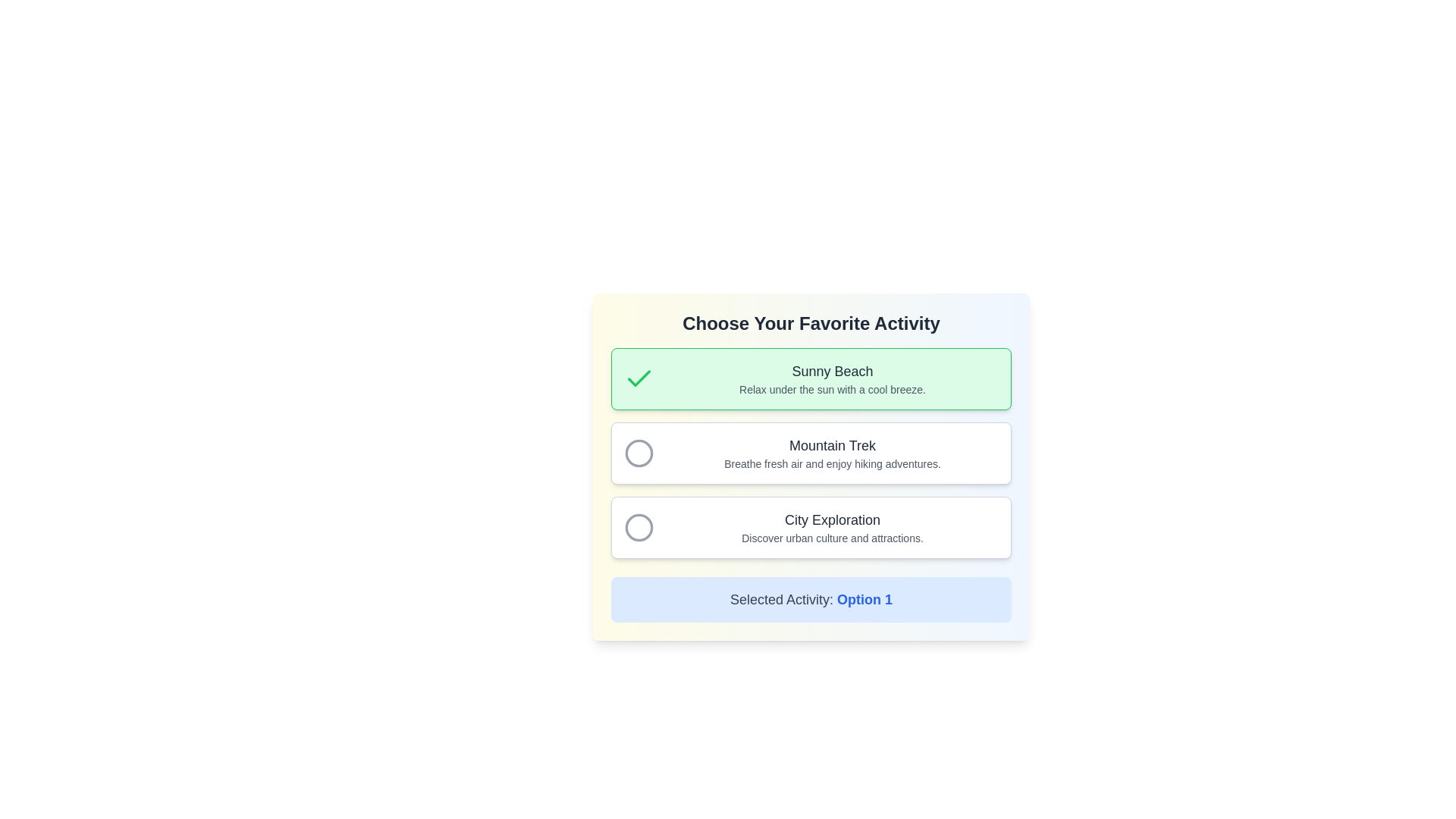  Describe the element at coordinates (811, 323) in the screenshot. I see `text label that says 'Choose Your Favorite Activity', which is a large, bold text located at the top of the content box` at that location.